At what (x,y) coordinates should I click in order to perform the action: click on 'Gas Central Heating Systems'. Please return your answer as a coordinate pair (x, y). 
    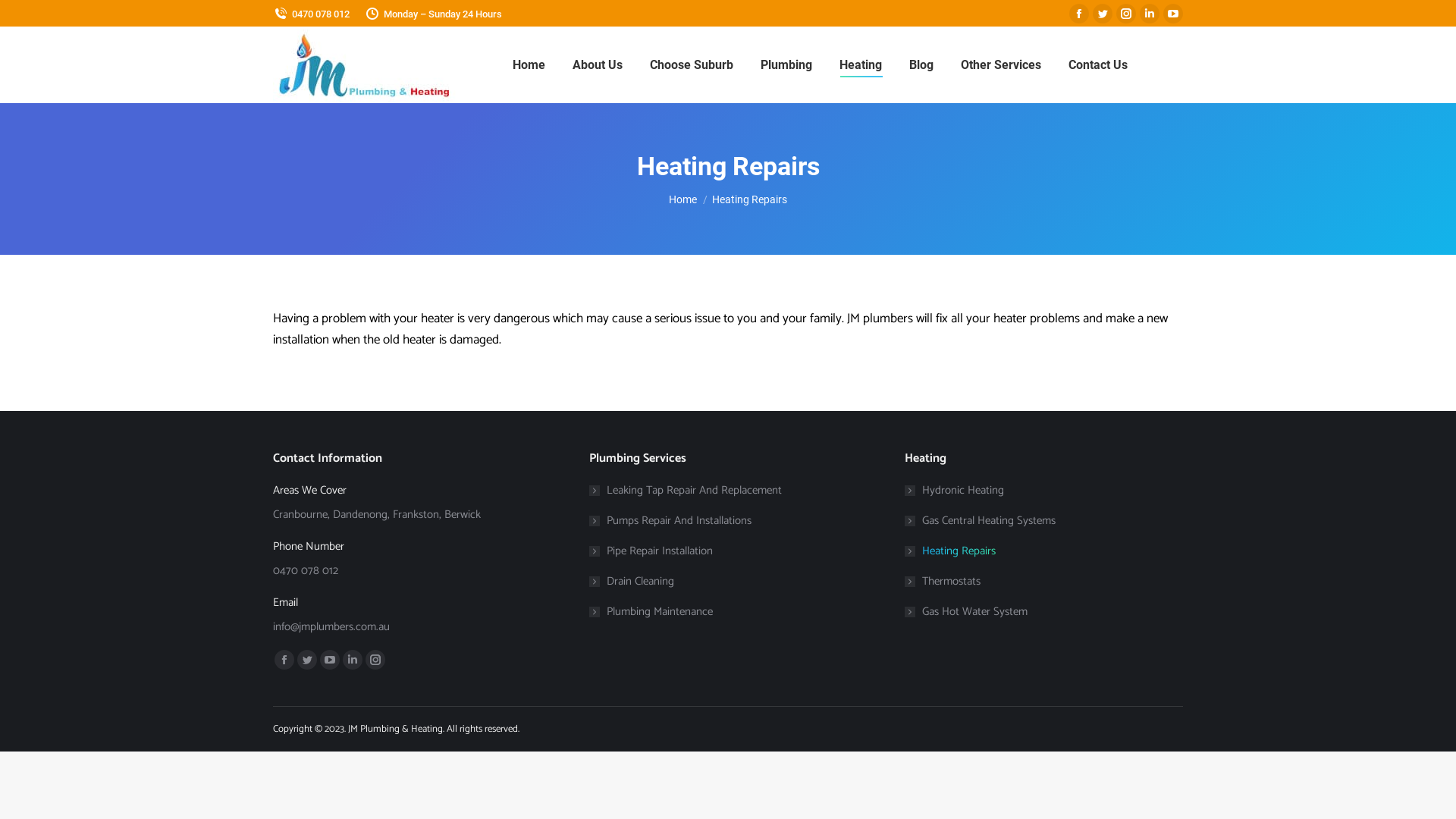
    Looking at the image, I should click on (905, 519).